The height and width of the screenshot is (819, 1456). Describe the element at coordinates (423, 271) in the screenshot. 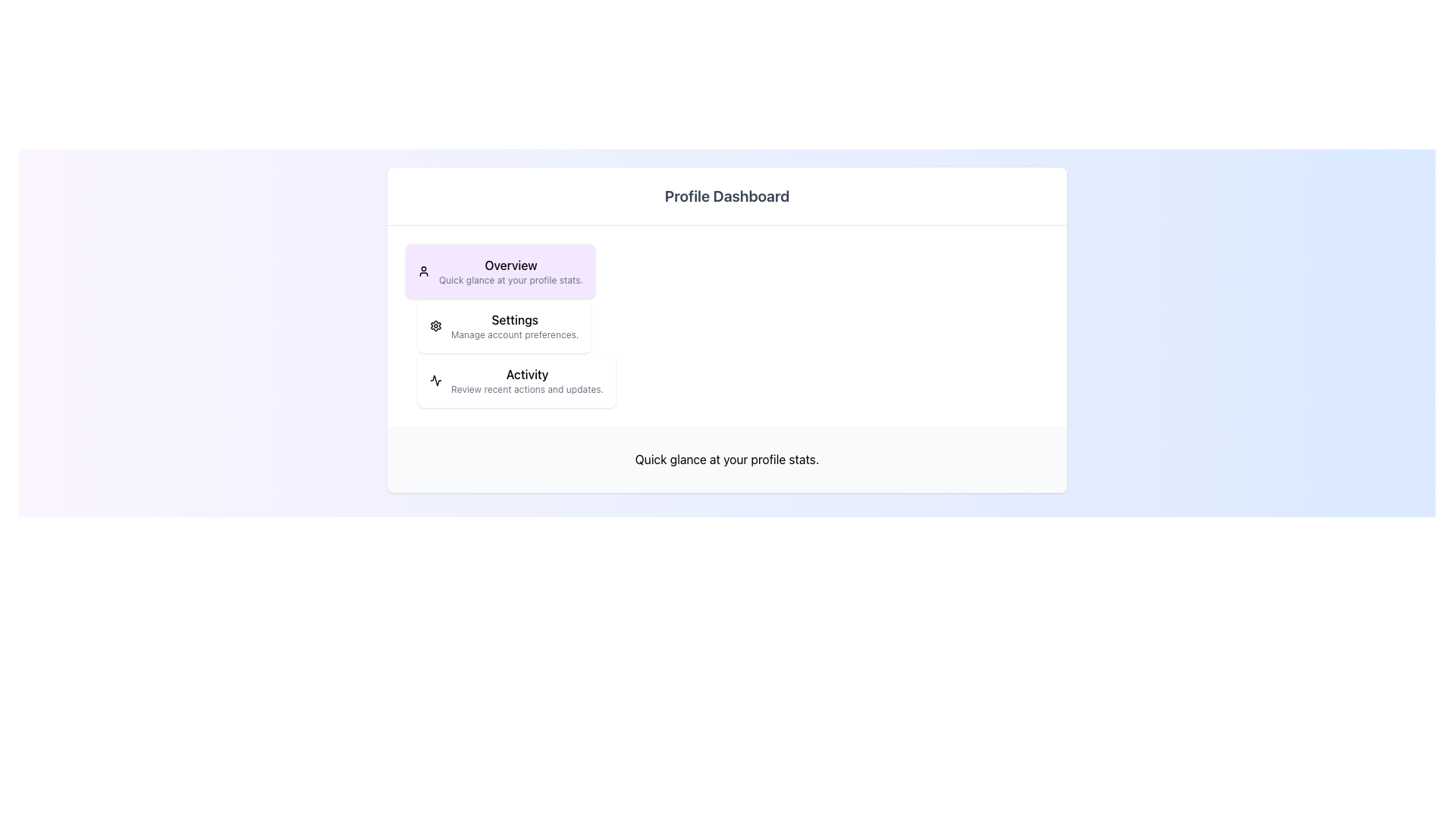

I see `the user profile icon located at the top-left of the 'Overview' section within the first card for profile management` at that location.